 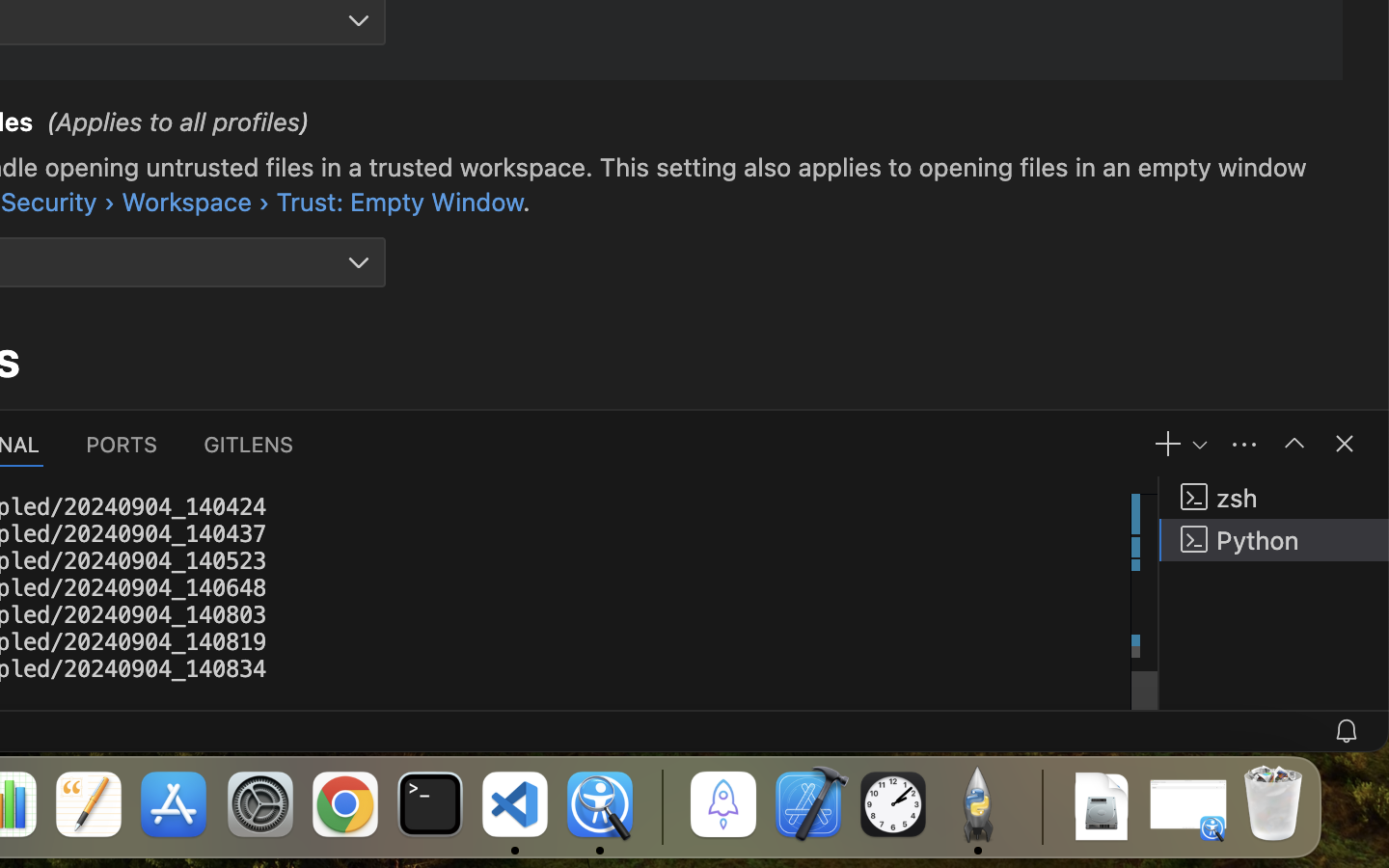 I want to click on 'zsh ', so click(x=1273, y=496).